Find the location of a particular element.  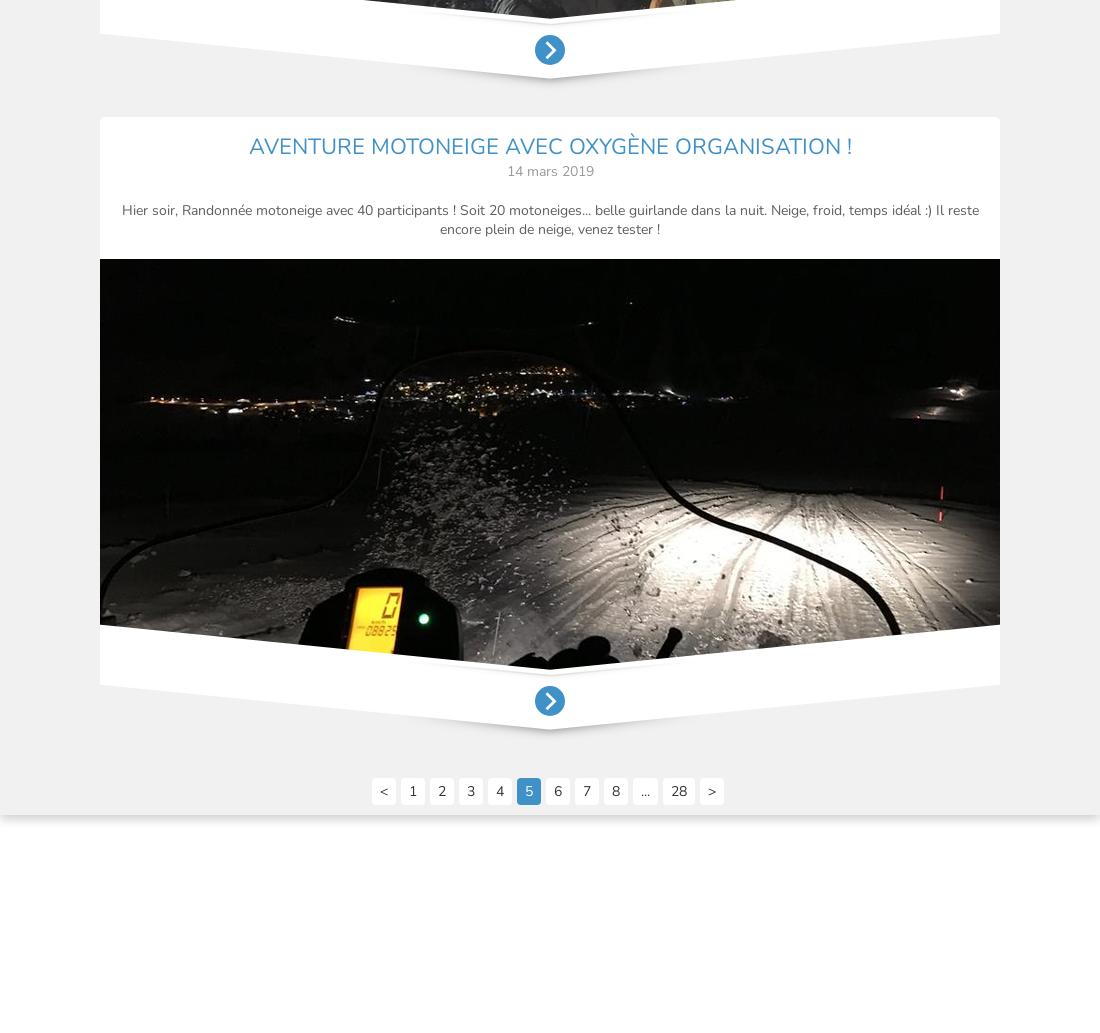

'7' is located at coordinates (581, 790).